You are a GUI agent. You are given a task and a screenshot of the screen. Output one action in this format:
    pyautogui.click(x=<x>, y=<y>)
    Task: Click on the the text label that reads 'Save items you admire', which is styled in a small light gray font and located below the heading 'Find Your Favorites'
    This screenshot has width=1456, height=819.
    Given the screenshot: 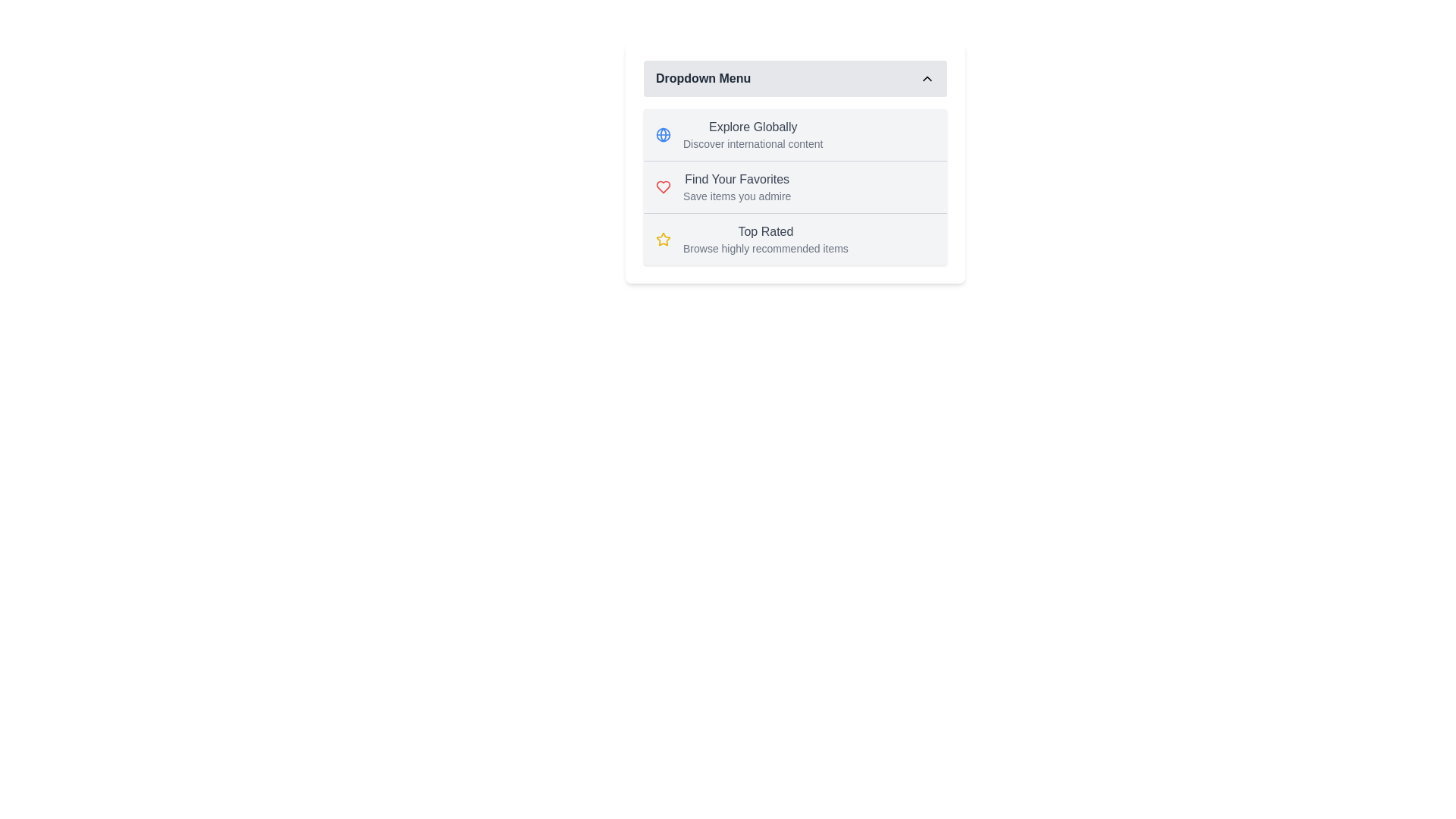 What is the action you would take?
    pyautogui.click(x=737, y=195)
    